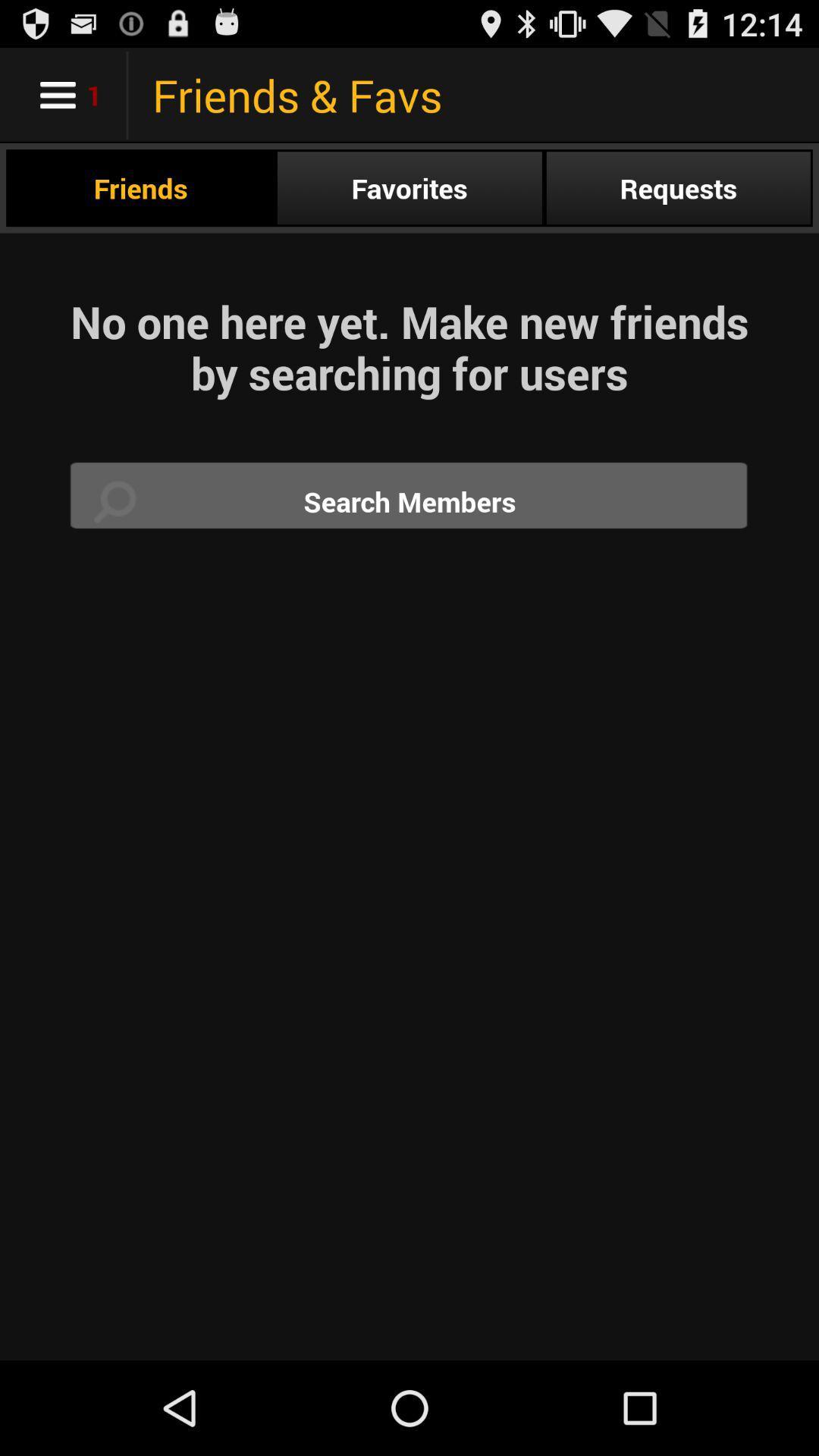 This screenshot has width=819, height=1456. Describe the element at coordinates (677, 187) in the screenshot. I see `requests item` at that location.